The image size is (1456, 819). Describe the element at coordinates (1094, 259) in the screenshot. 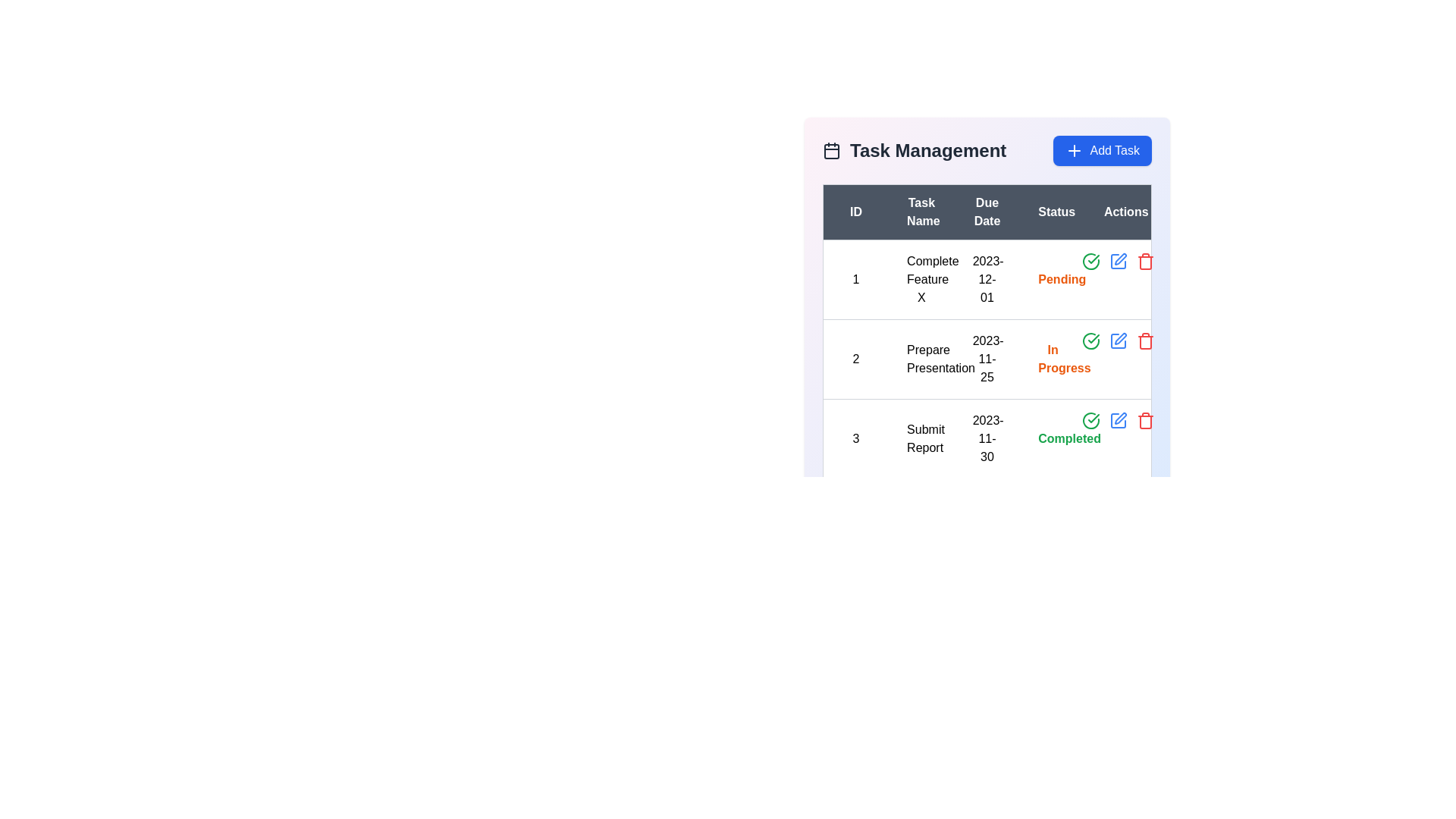

I see `the confirmation/completed status icon located in the 'Actions' column of the third row in the task table` at that location.